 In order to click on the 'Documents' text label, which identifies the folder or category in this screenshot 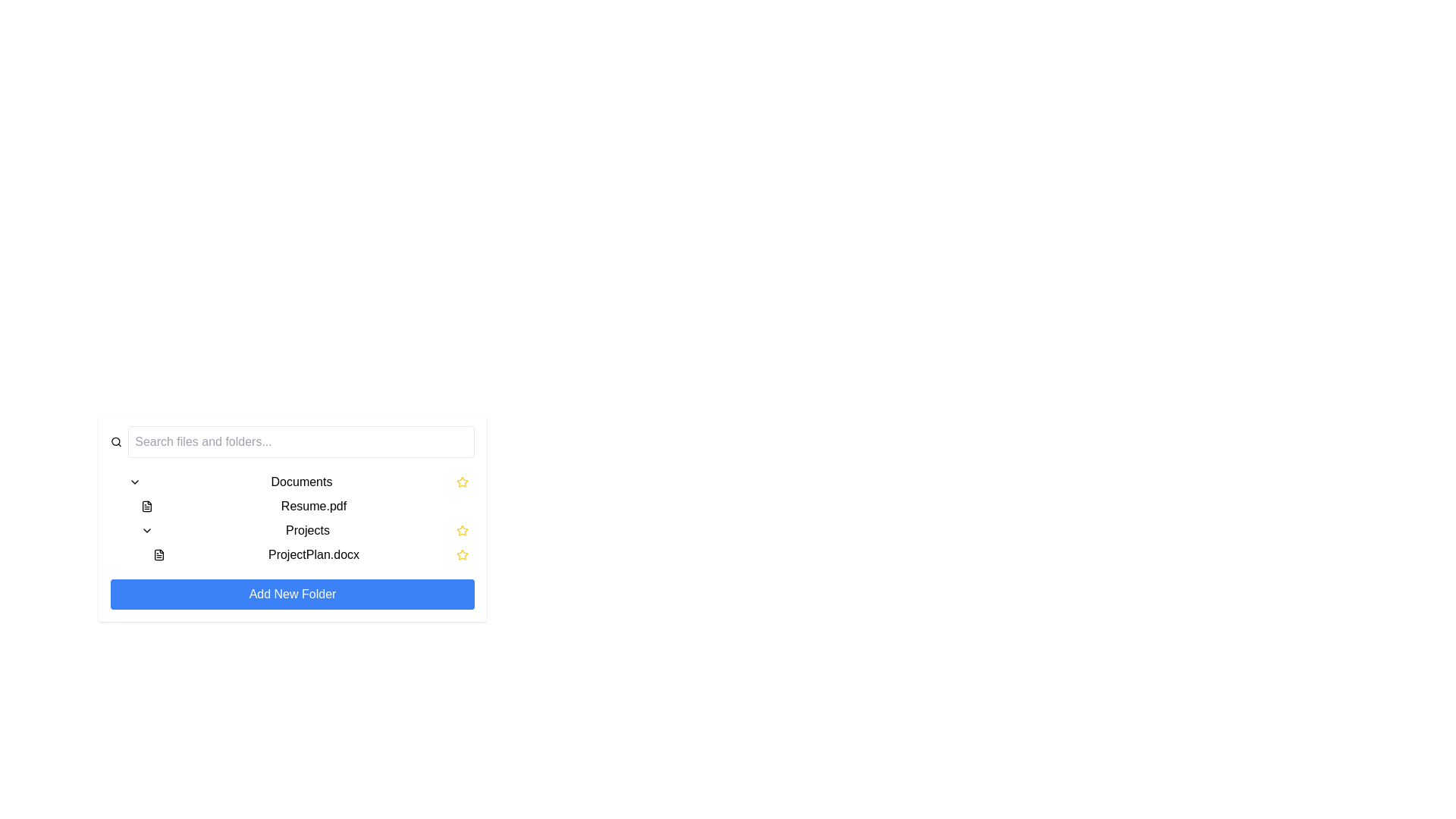, I will do `click(302, 482)`.